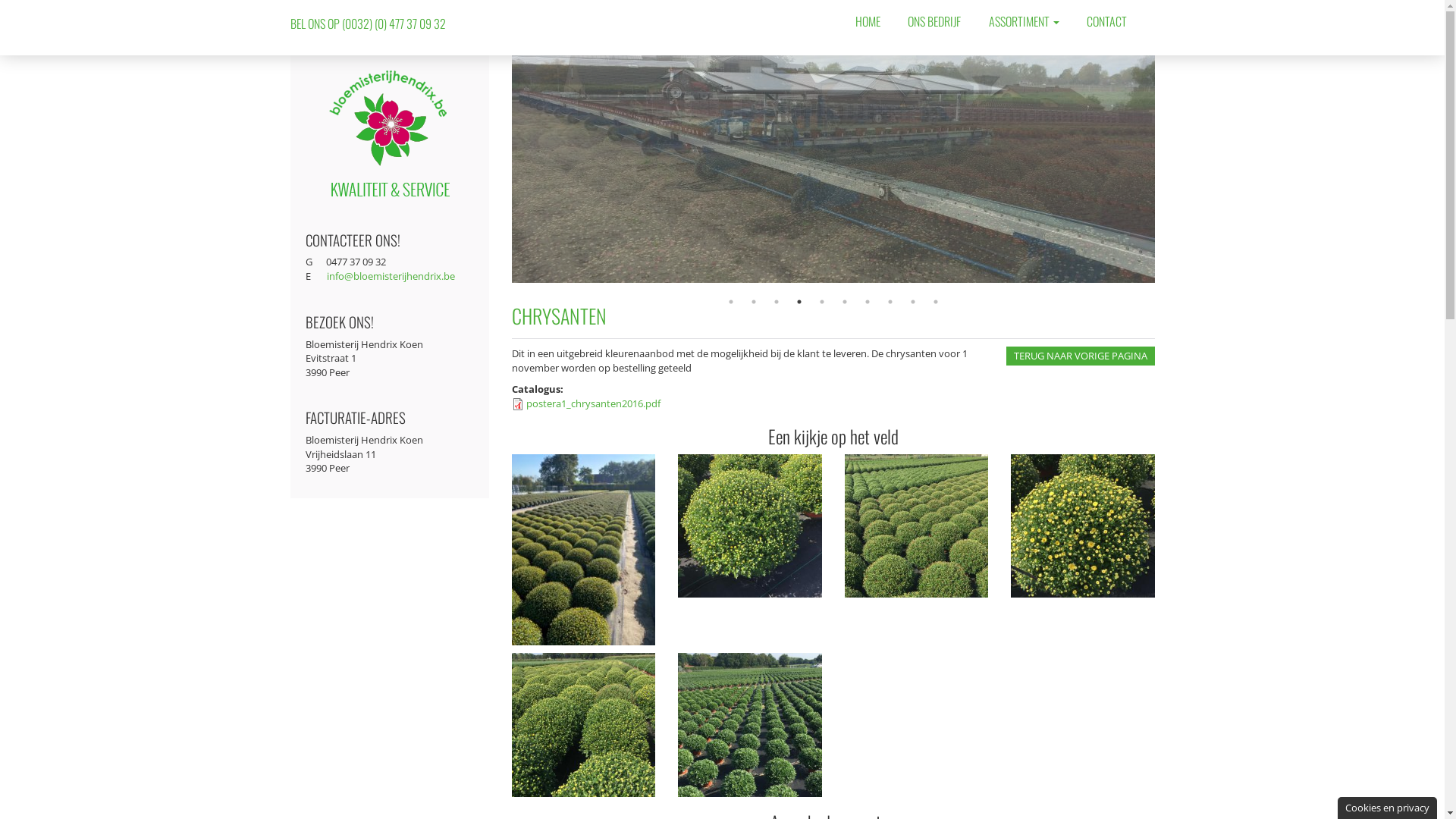 The width and height of the screenshot is (1456, 819). Describe the element at coordinates (592, 403) in the screenshot. I see `'postera1_chrysanten2016.pdf'` at that location.